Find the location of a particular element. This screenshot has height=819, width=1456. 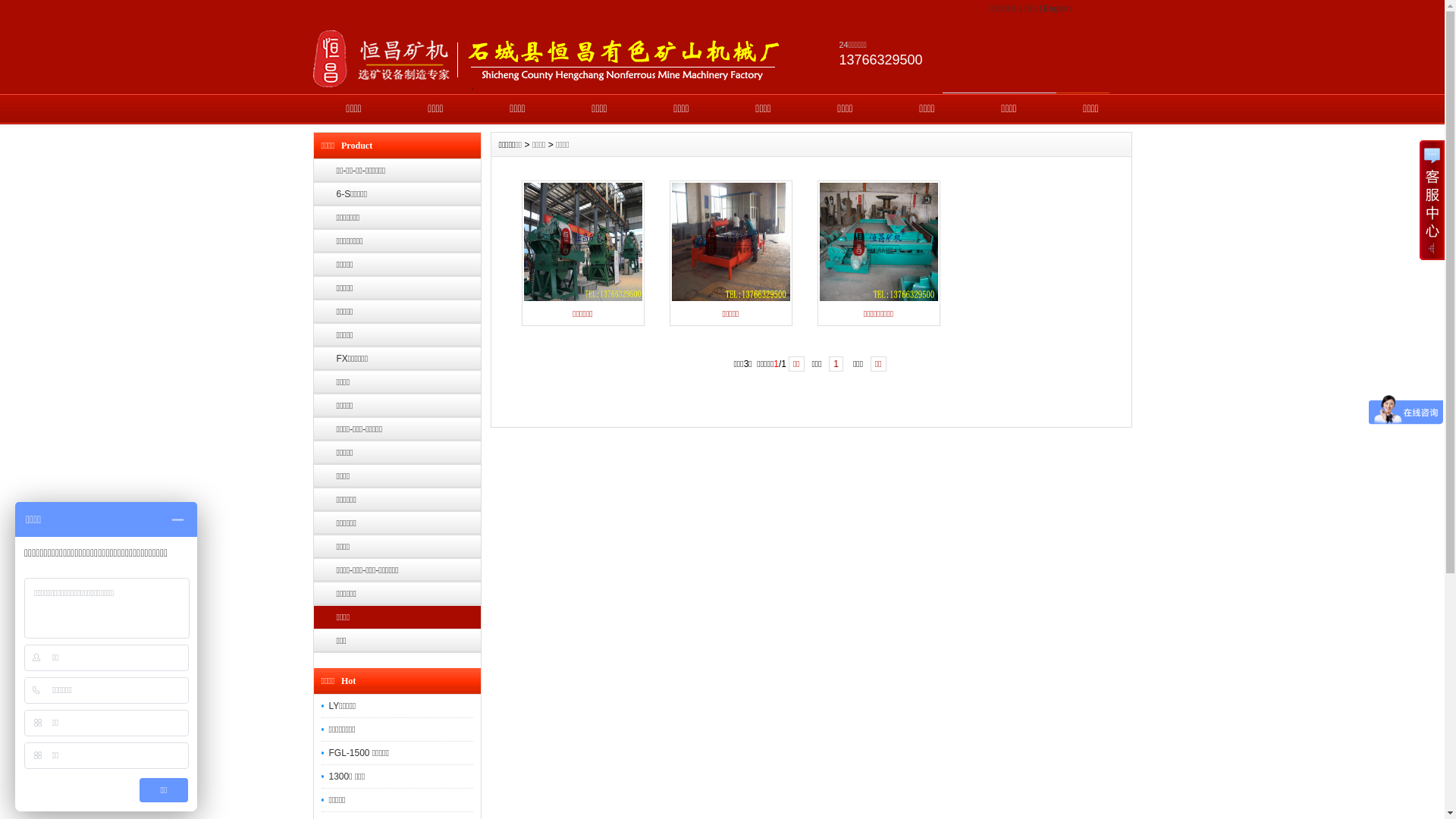

'English' is located at coordinates (1056, 8).